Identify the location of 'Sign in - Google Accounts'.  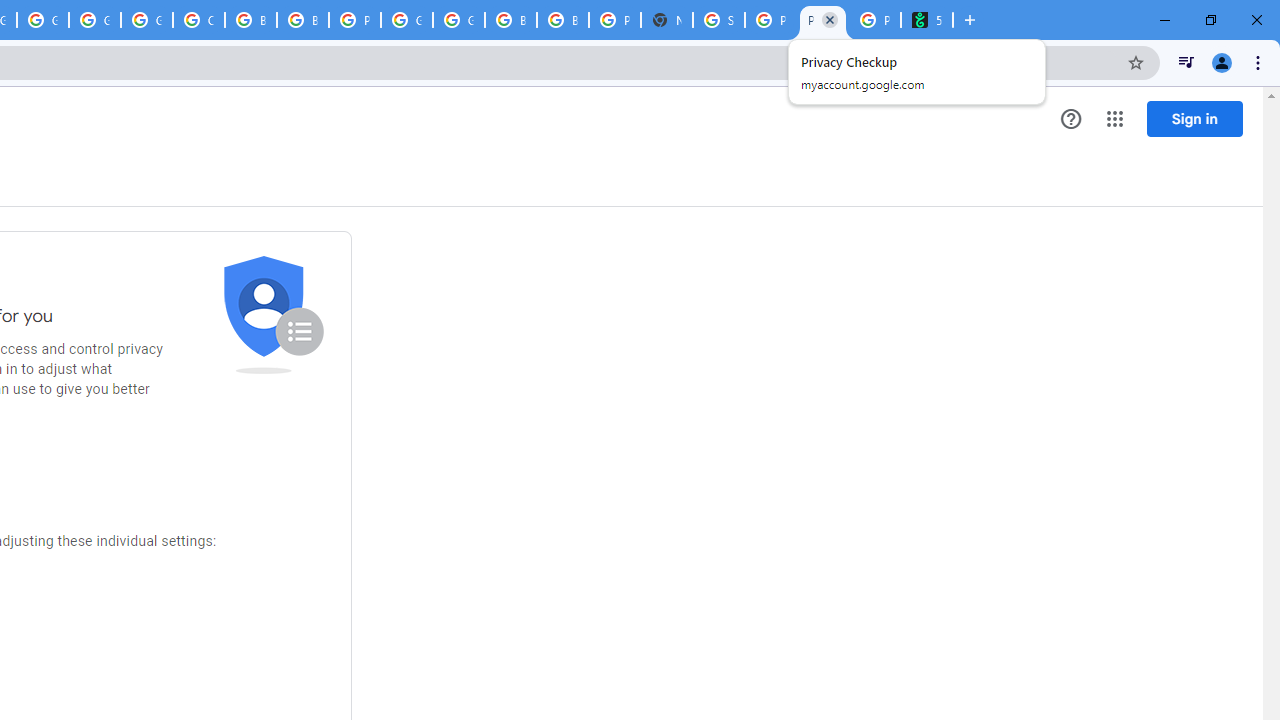
(718, 20).